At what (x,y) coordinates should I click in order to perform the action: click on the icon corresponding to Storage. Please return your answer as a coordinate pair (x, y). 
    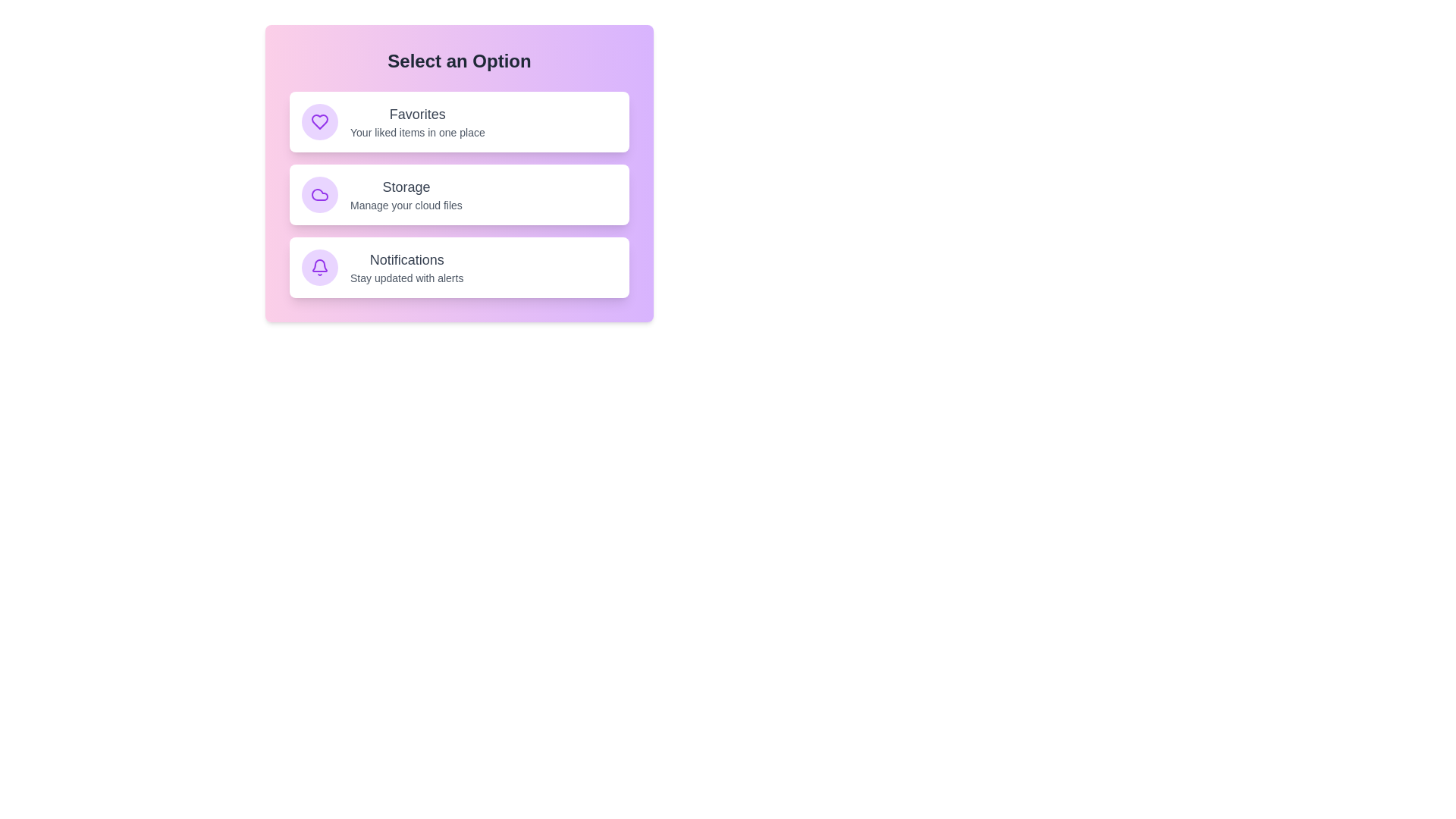
    Looking at the image, I should click on (319, 194).